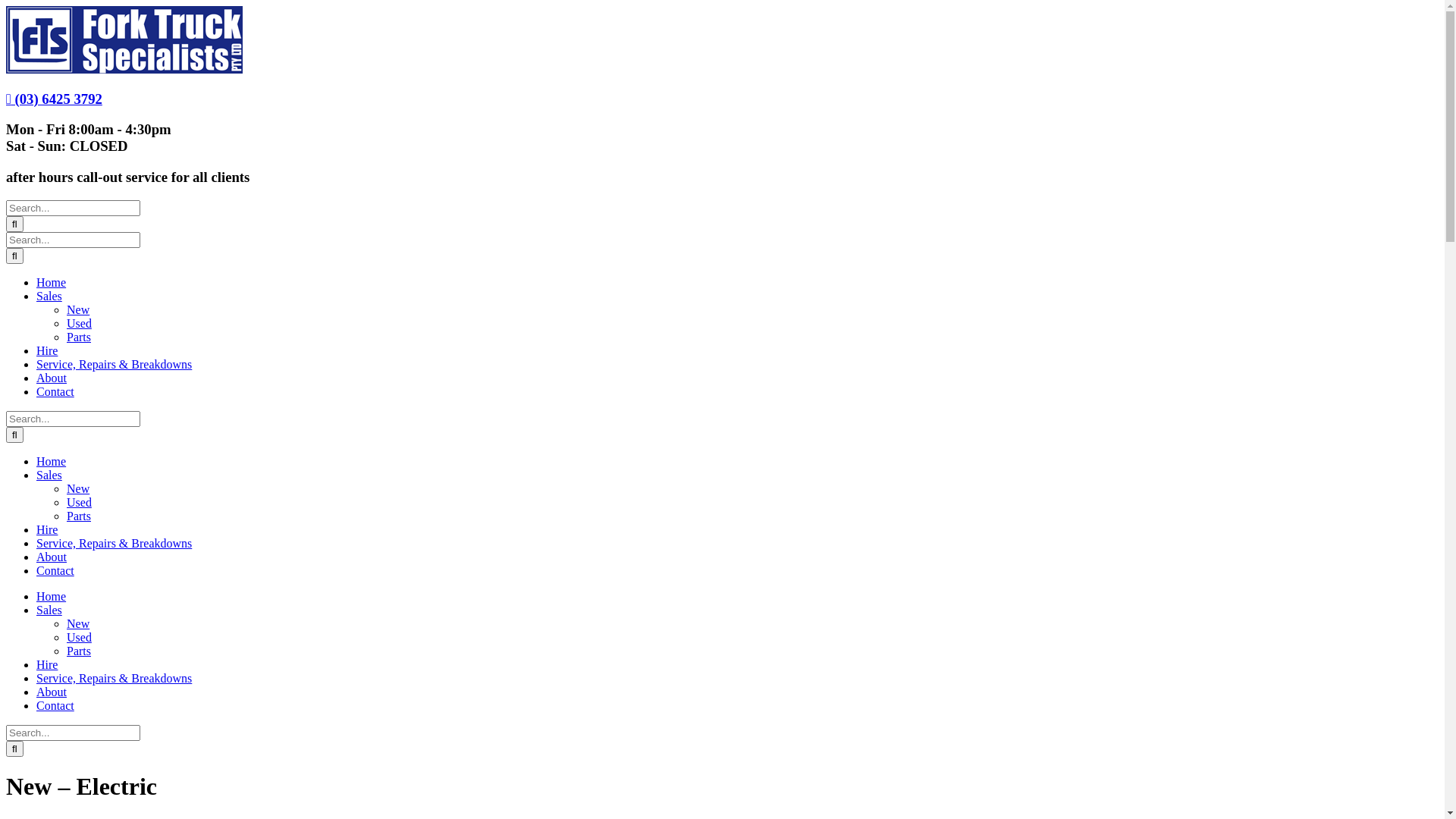 The width and height of the screenshot is (1456, 819). What do you see at coordinates (78, 637) in the screenshot?
I see `'Used'` at bounding box center [78, 637].